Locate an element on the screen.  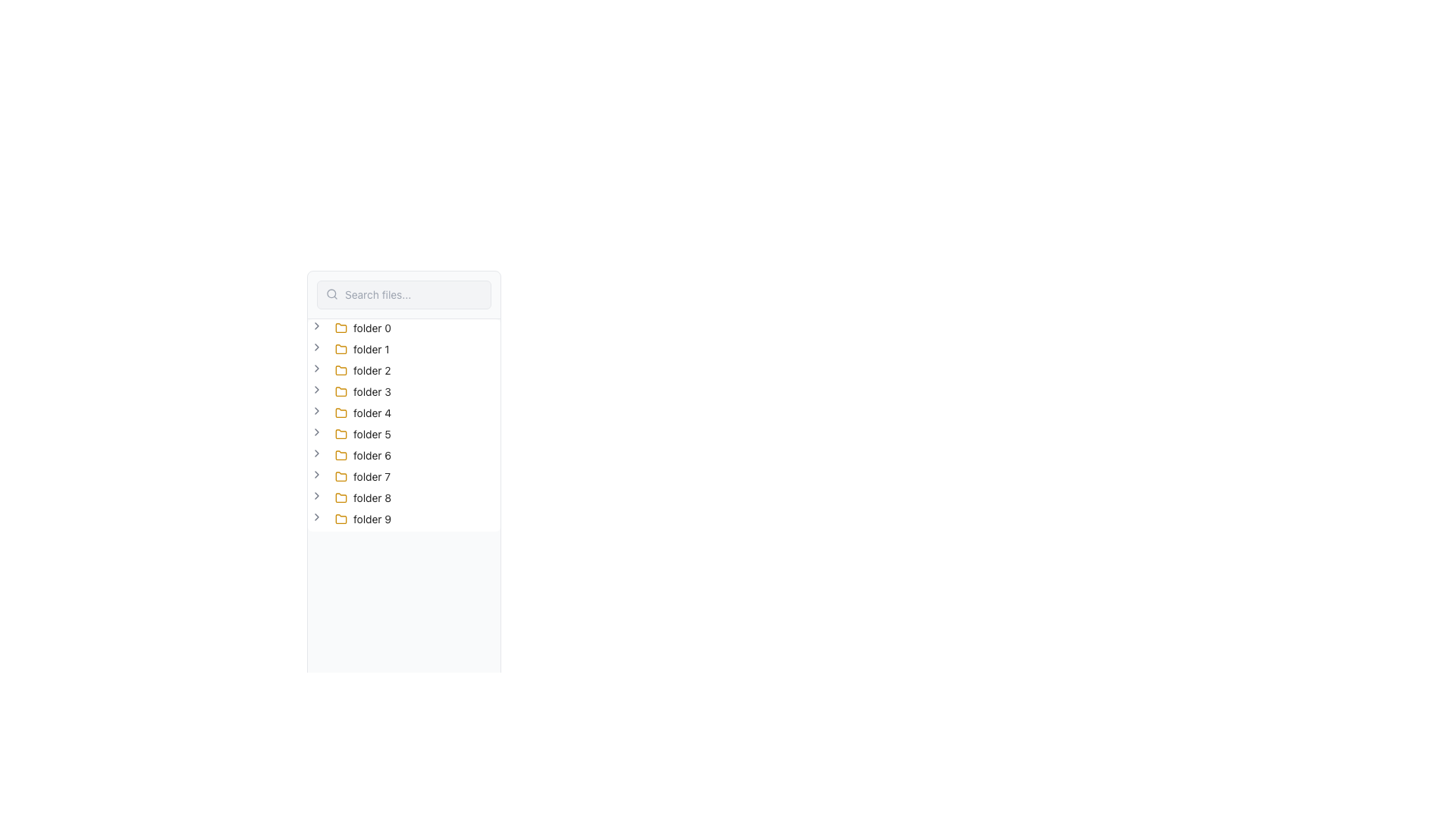
the yellow folder icon next is located at coordinates (362, 371).